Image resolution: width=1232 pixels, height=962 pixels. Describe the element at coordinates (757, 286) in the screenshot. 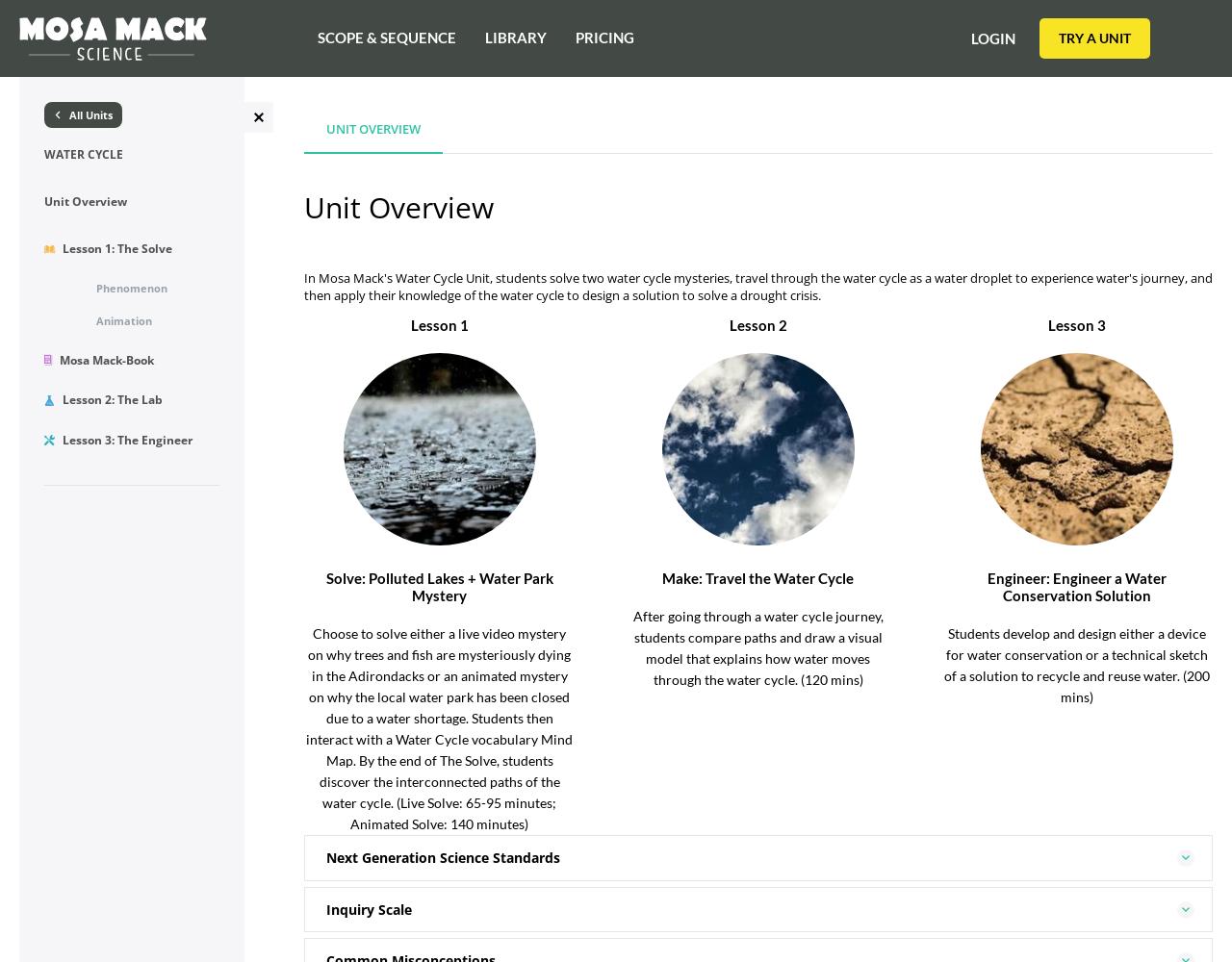

I see `'In Mosa Mack's Water Cycle Unit, students solve two water cycle mysteries, travel through the water cycle as a water droplet to experience water's journey, and then apply their knowledge of the water cycle to design a solution to solve a drought crisis.'` at that location.